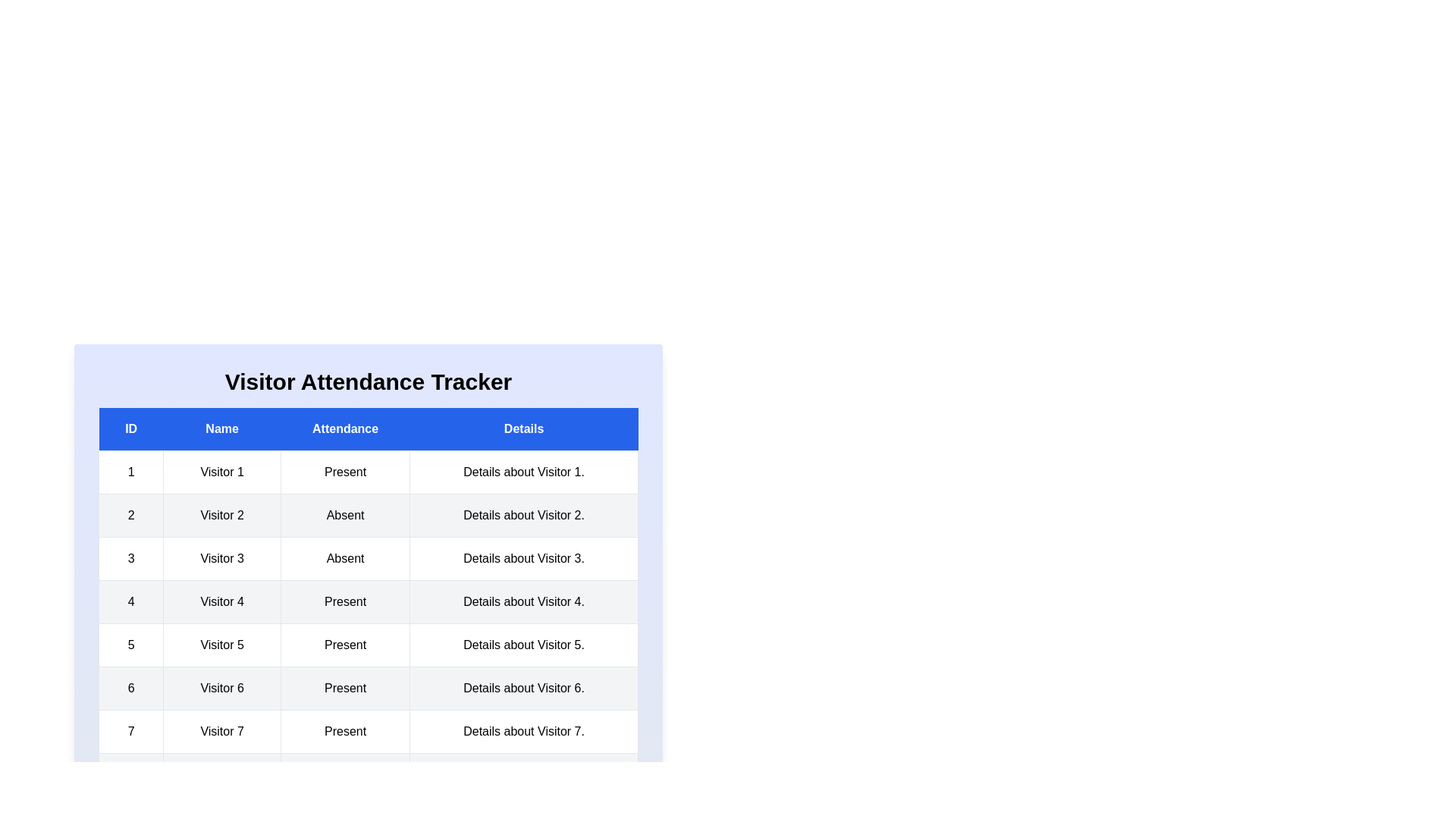  What do you see at coordinates (368, 472) in the screenshot?
I see `the row corresponding to 1` at bounding box center [368, 472].